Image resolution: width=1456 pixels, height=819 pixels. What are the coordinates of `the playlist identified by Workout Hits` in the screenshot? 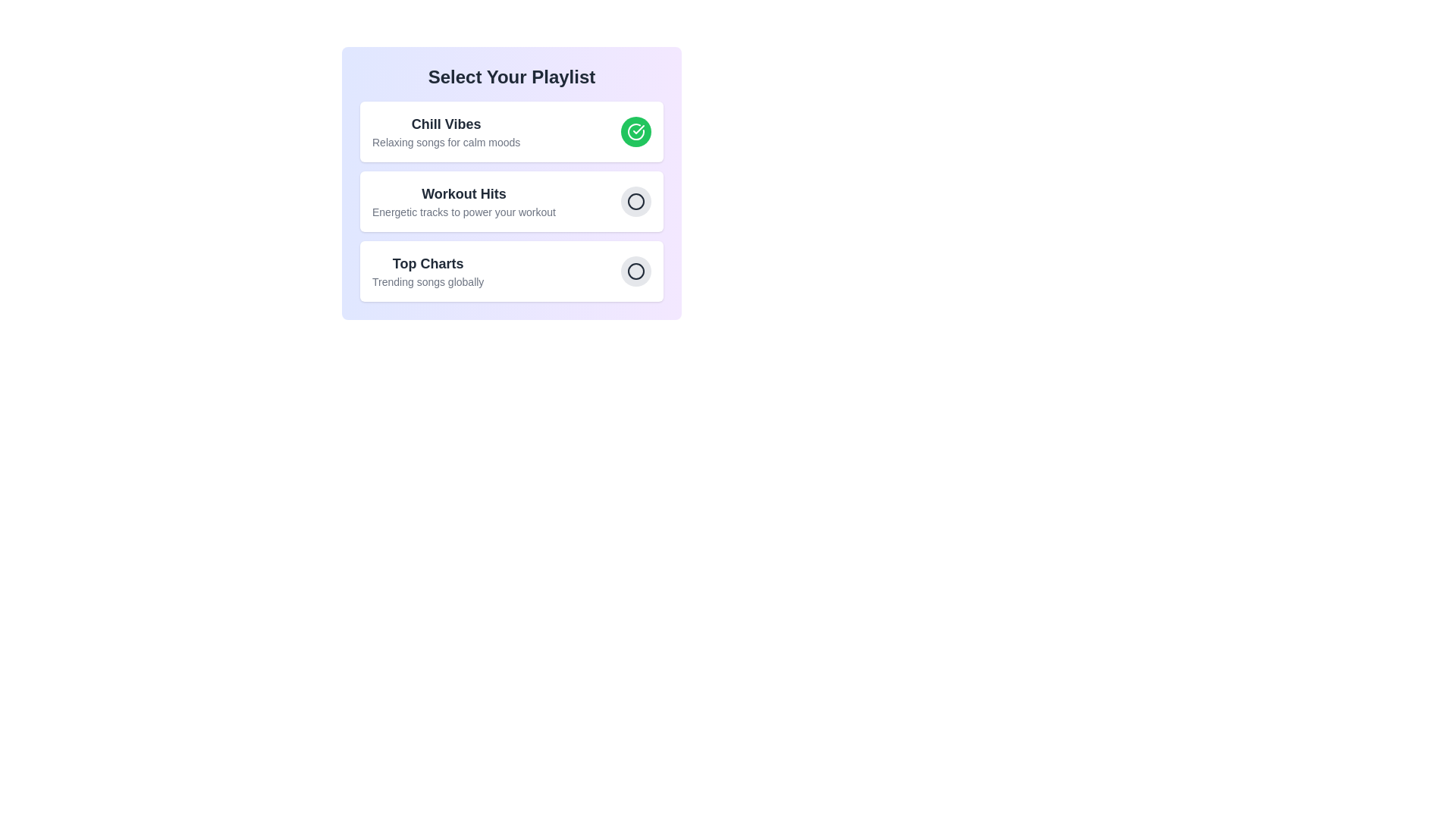 It's located at (636, 201).